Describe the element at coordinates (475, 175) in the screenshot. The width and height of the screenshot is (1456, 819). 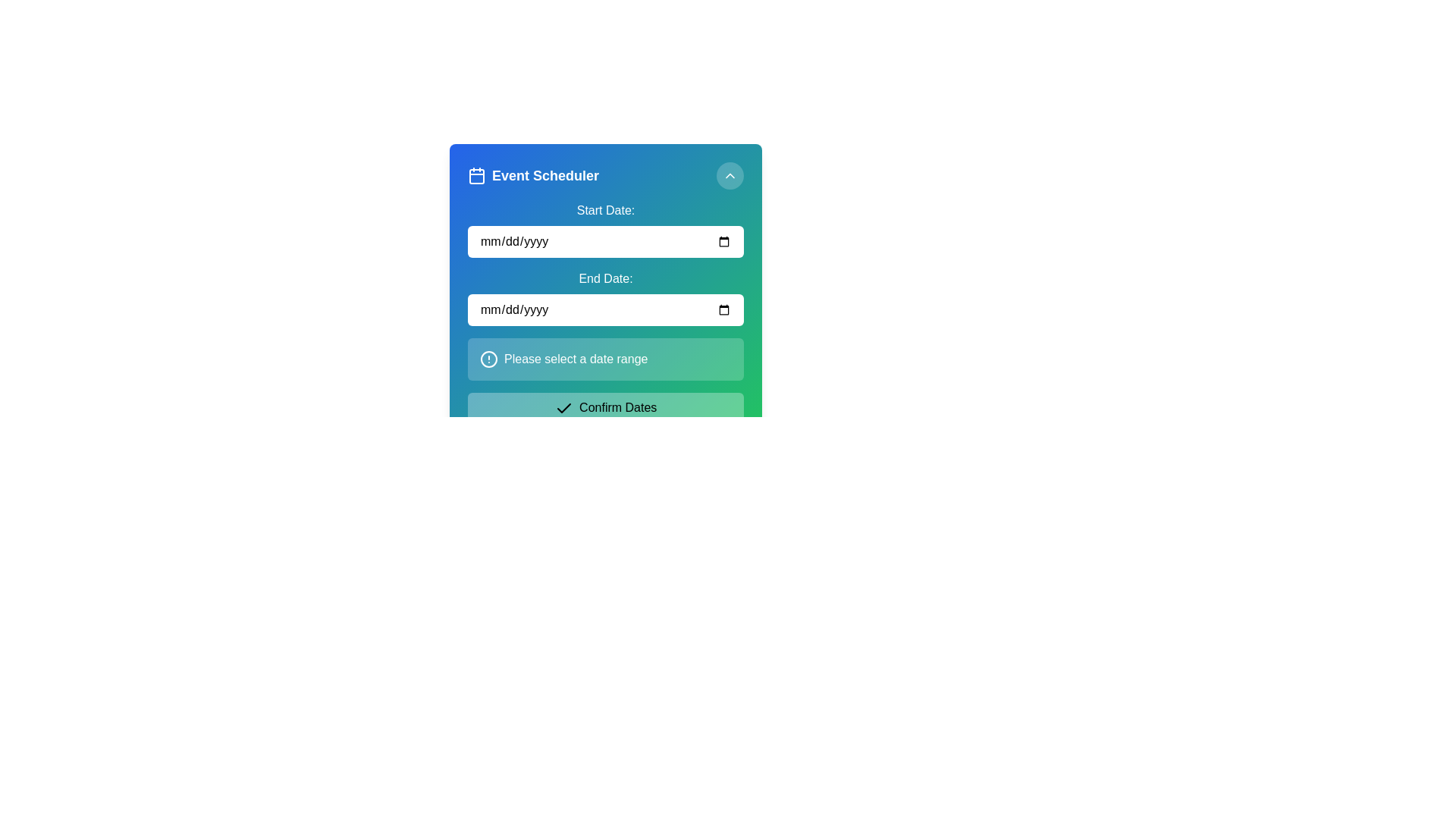
I see `the minimalistic rectangular icon with rounded corners, which is part of the calendar icon located to the left of the 'Event Scheduler' title` at that location.